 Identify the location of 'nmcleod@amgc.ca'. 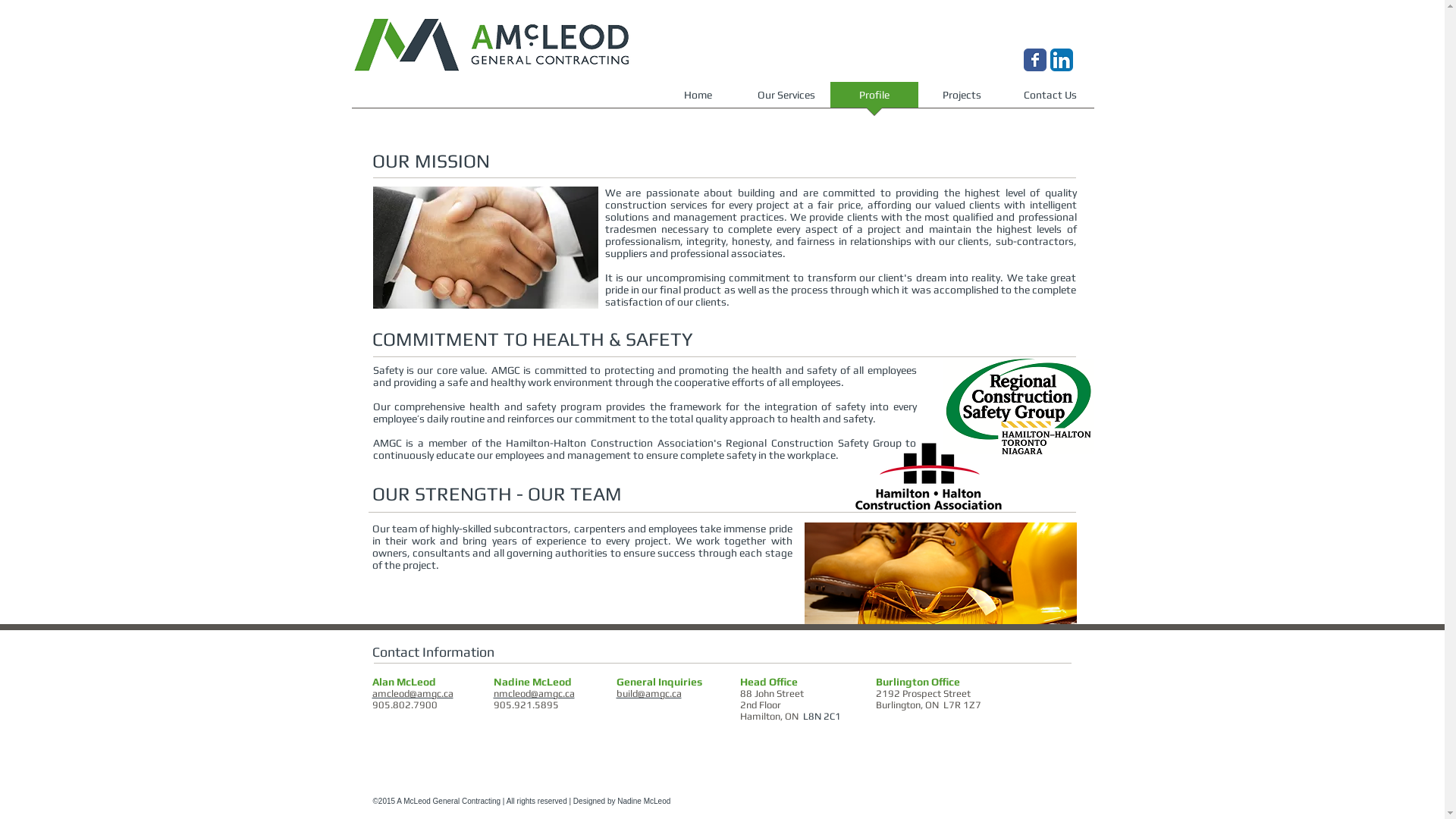
(533, 693).